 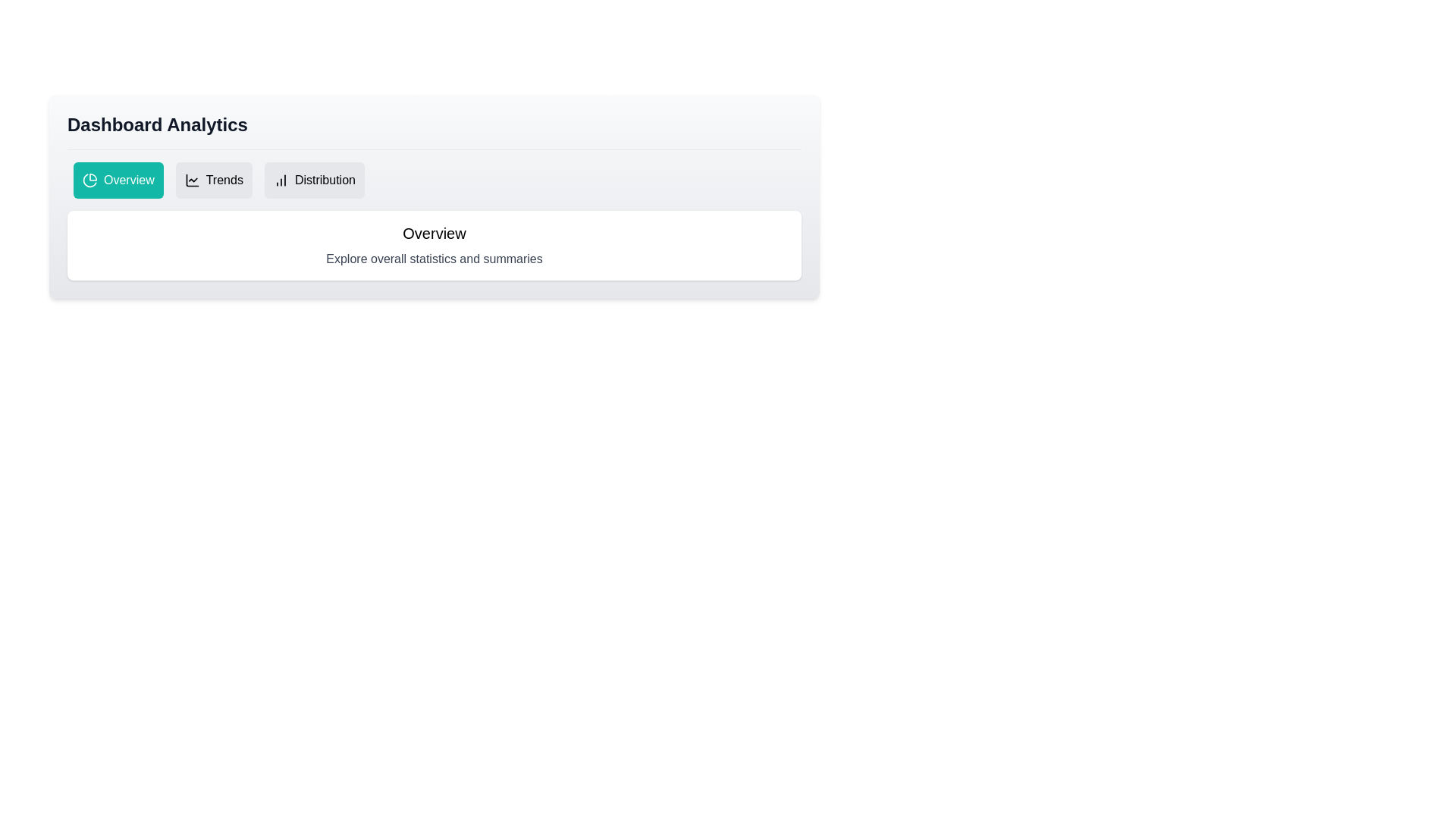 I want to click on the Trends tab by clicking on its respective button, so click(x=213, y=180).